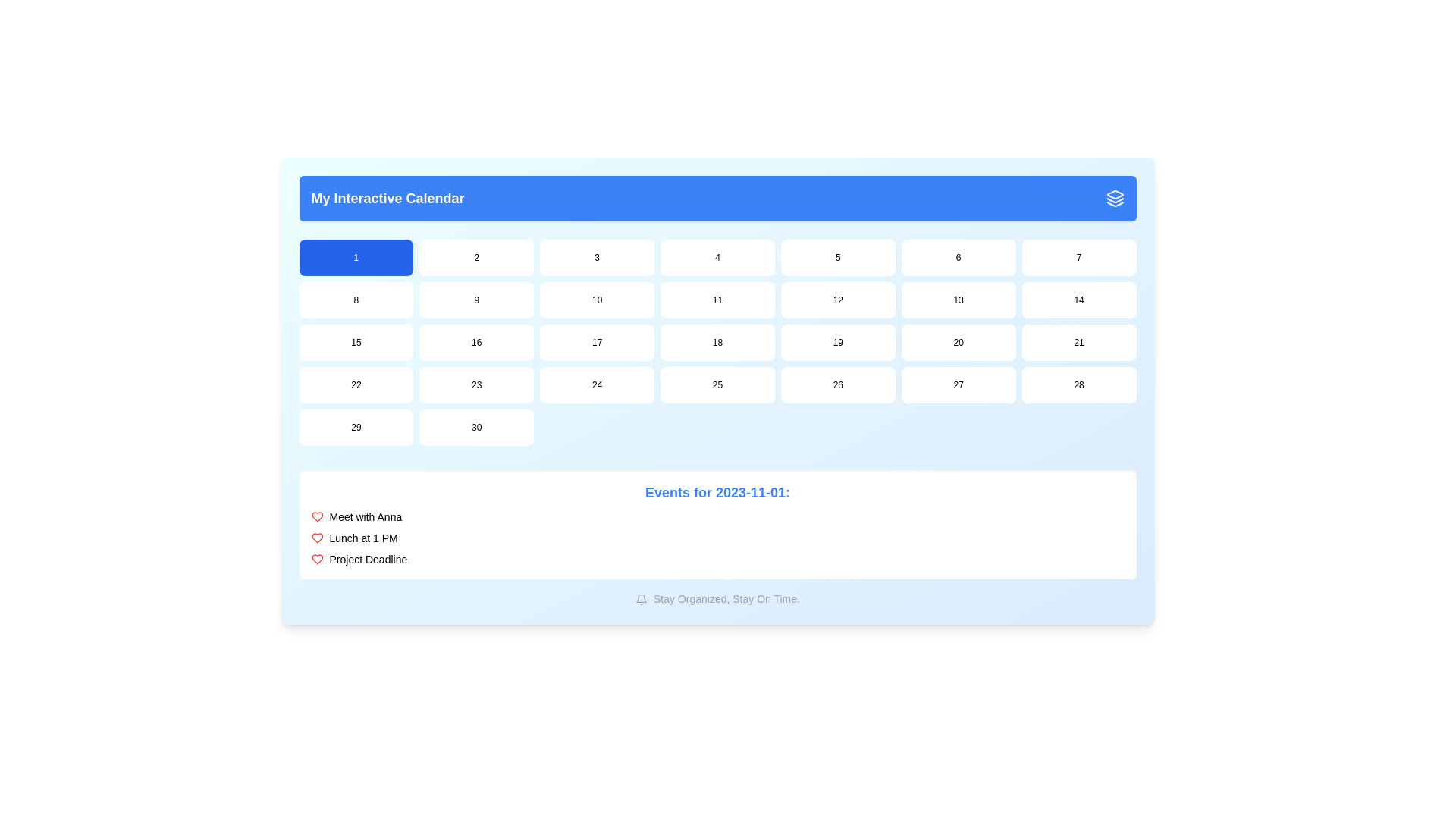 This screenshot has height=819, width=1456. What do you see at coordinates (1078, 342) in the screenshot?
I see `the button displaying the number '21' in the grid, located in the fourth row and seventh column` at bounding box center [1078, 342].